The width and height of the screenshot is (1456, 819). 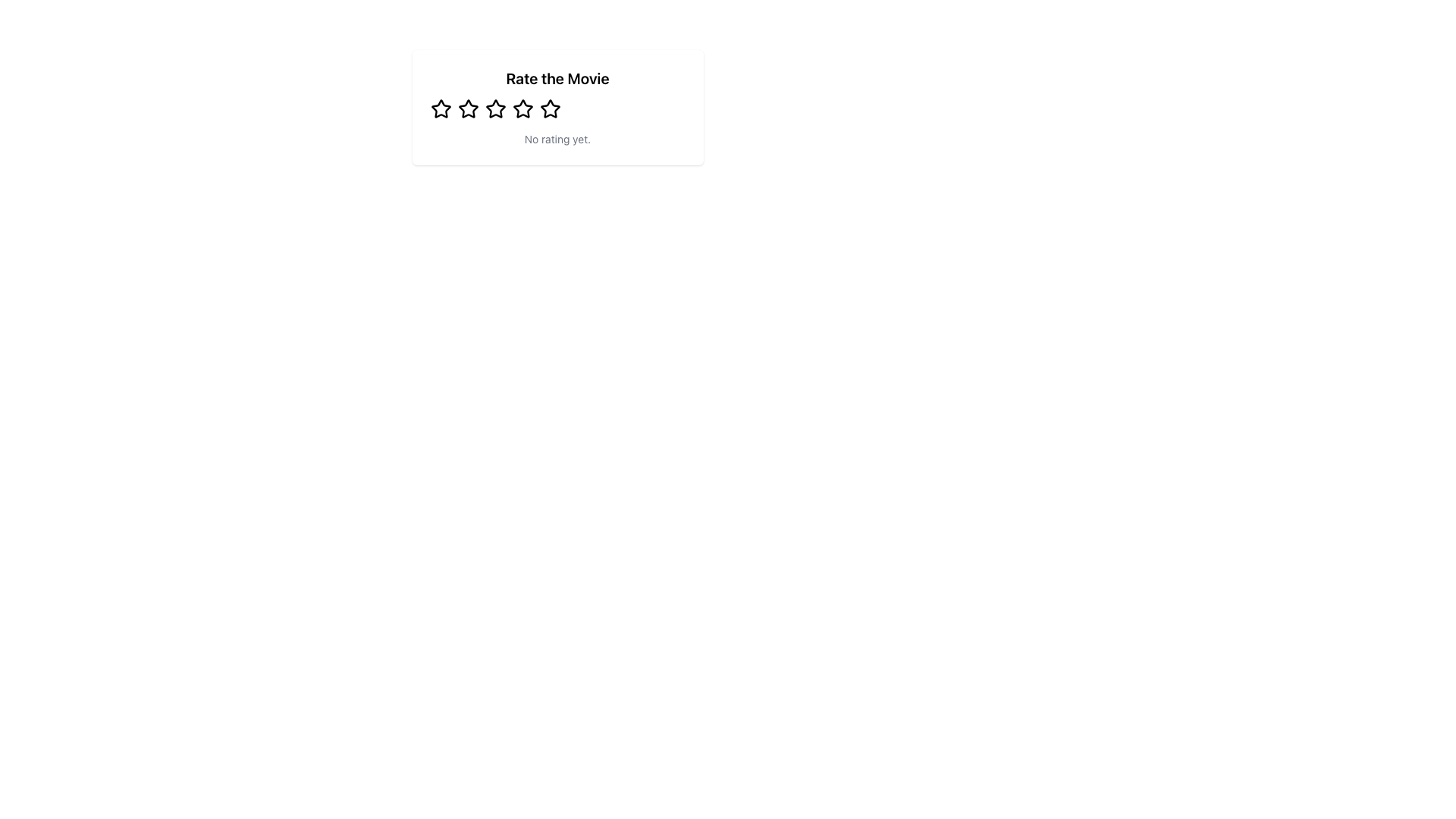 I want to click on the second star icon in the 'Rate the Movie' section, so click(x=495, y=108).